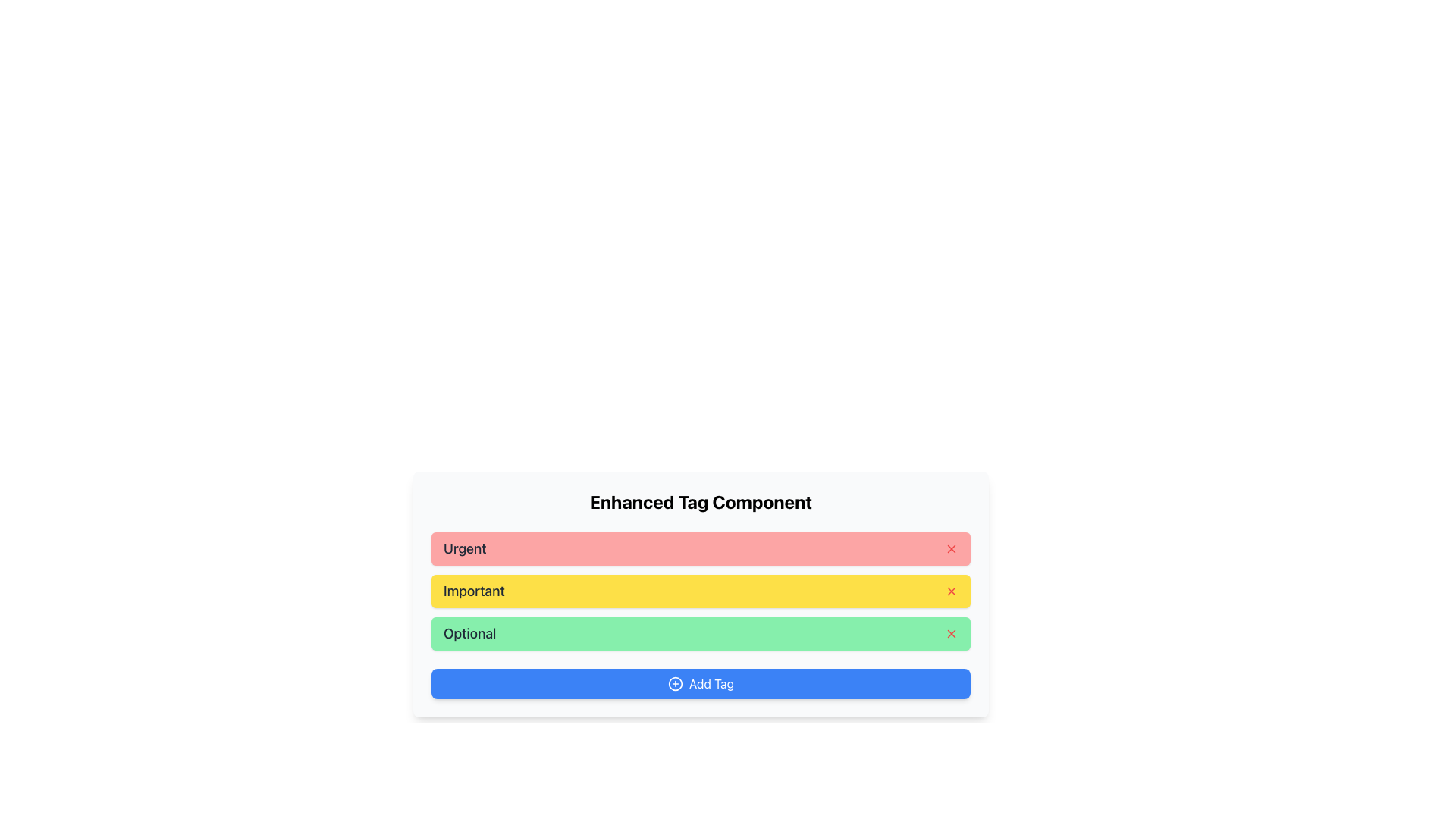 The image size is (1456, 819). What do you see at coordinates (950, 634) in the screenshot?
I see `the small red 'X' close button located on the right side of the green 'Optional' bar` at bounding box center [950, 634].